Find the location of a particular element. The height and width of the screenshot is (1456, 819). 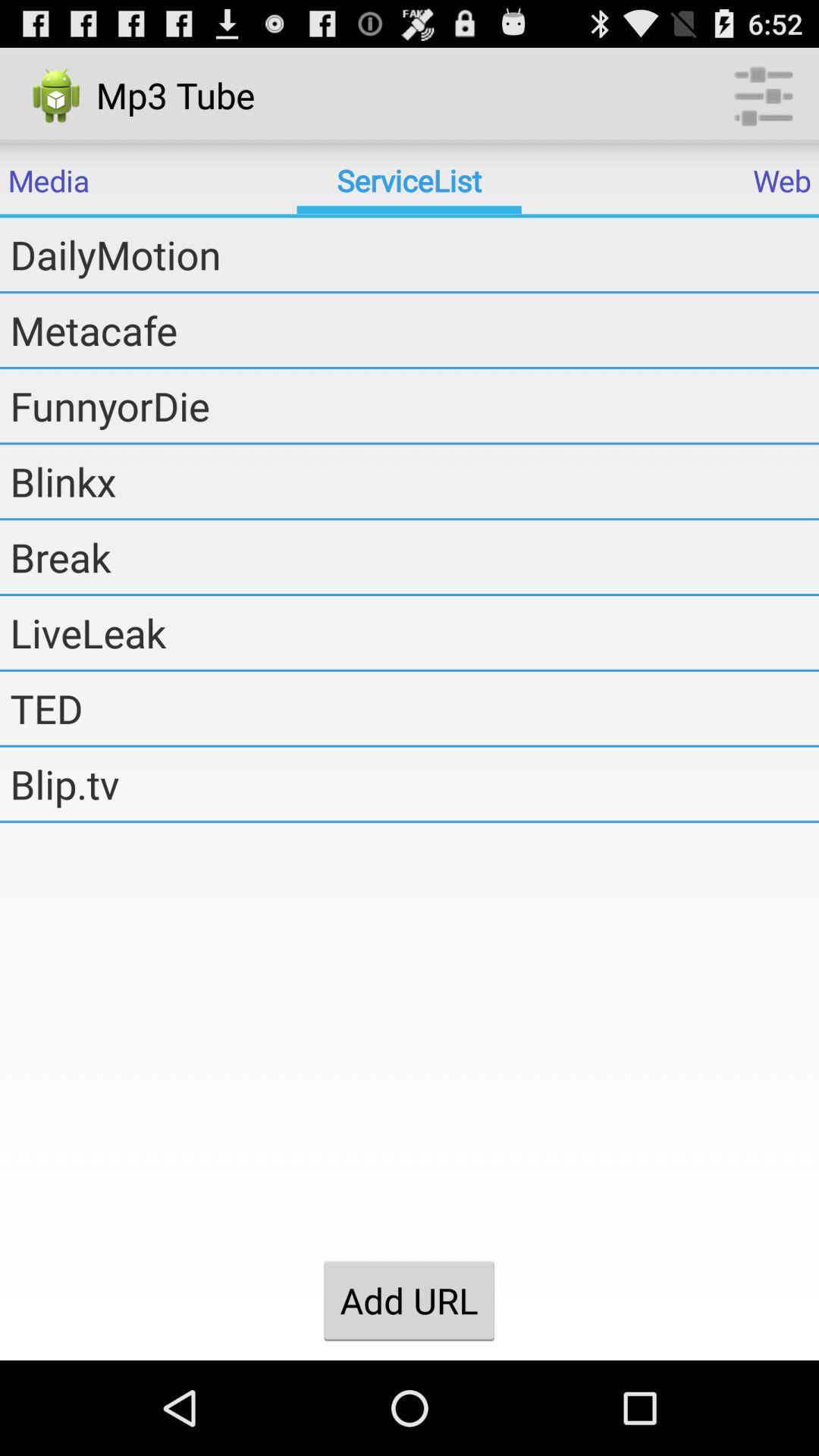

item above funnyordie icon is located at coordinates (414, 329).